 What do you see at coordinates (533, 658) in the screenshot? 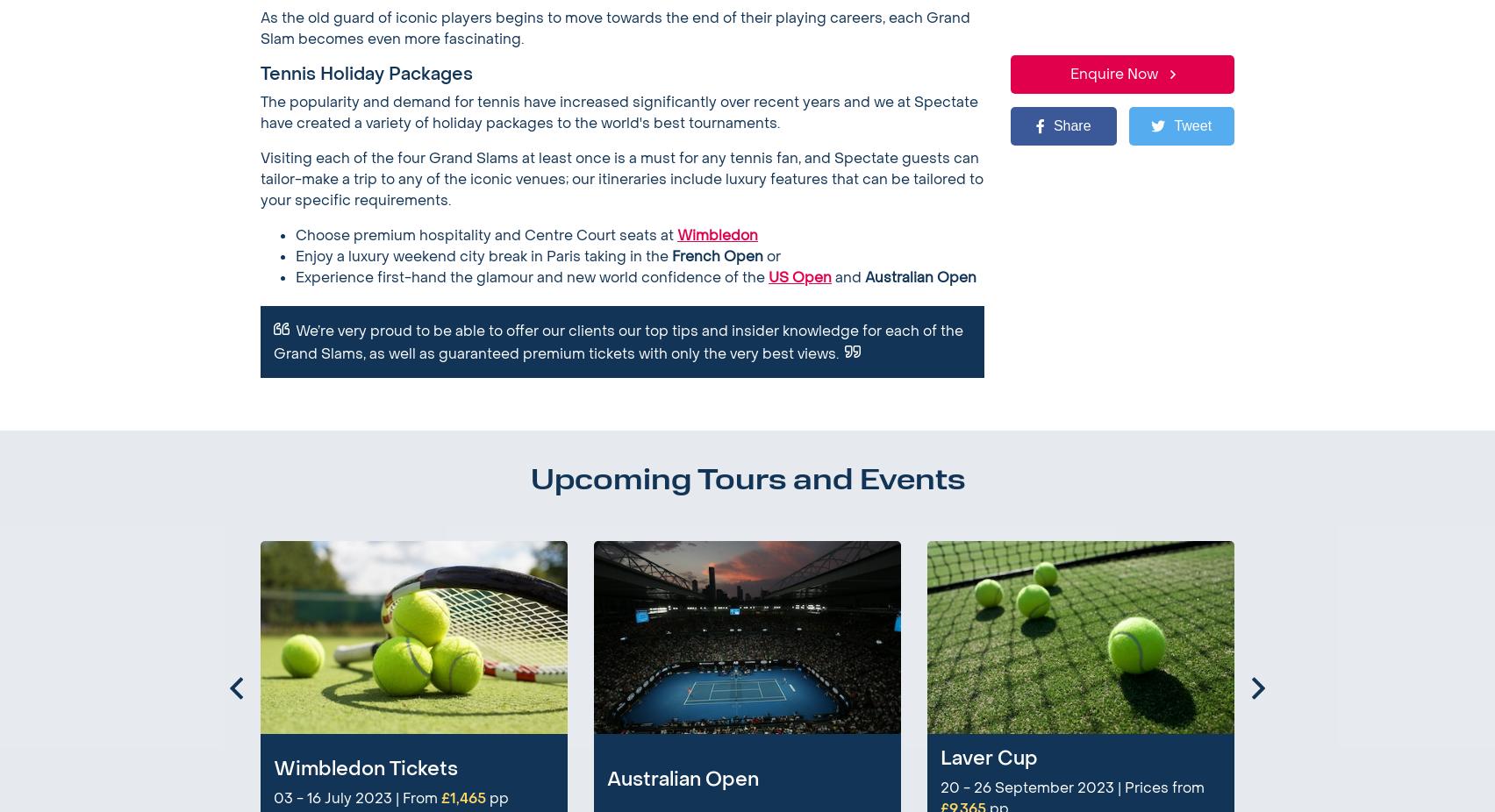
I see `'to our newsletter'` at bounding box center [533, 658].